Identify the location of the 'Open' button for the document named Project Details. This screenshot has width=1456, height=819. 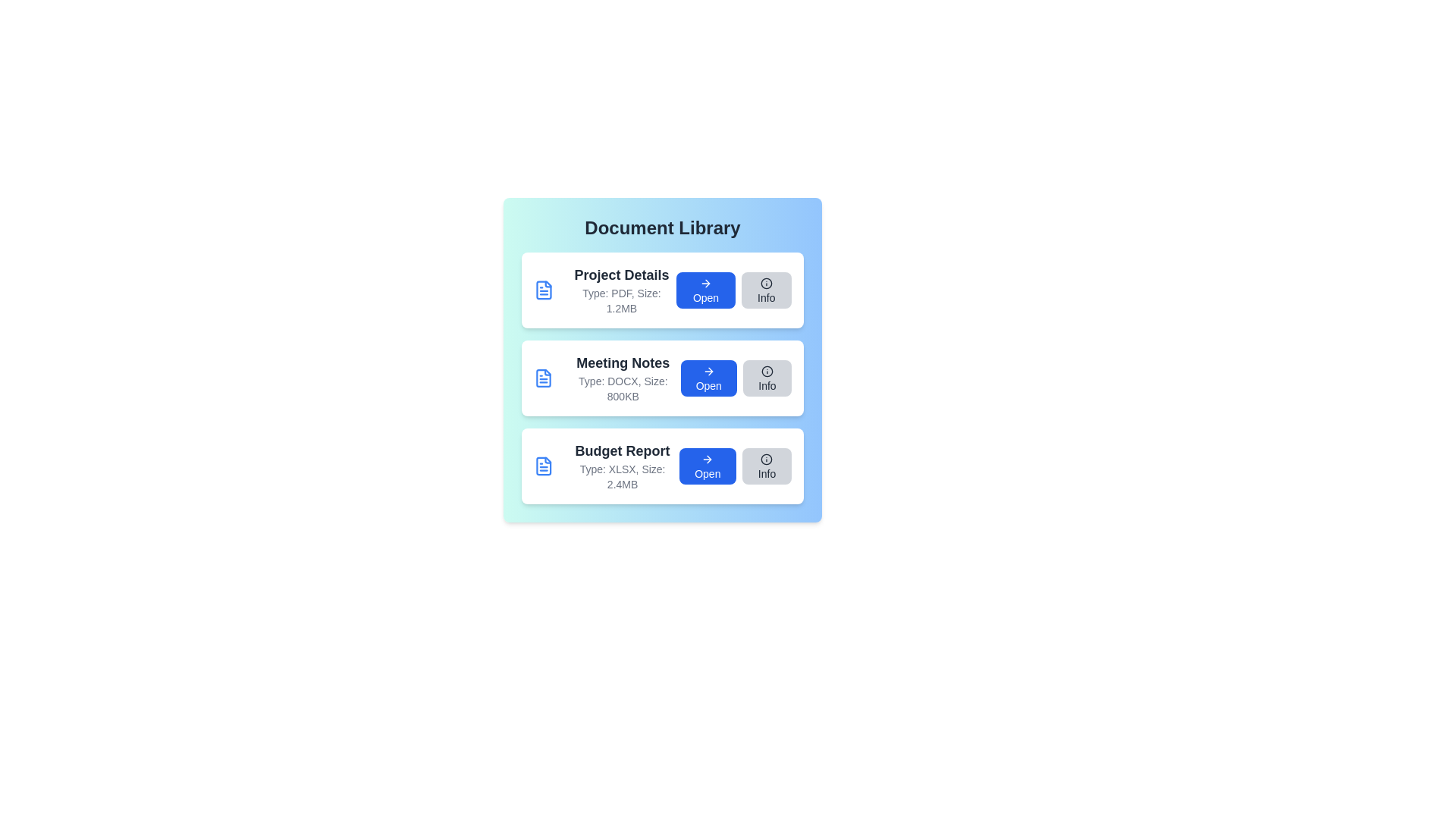
(705, 290).